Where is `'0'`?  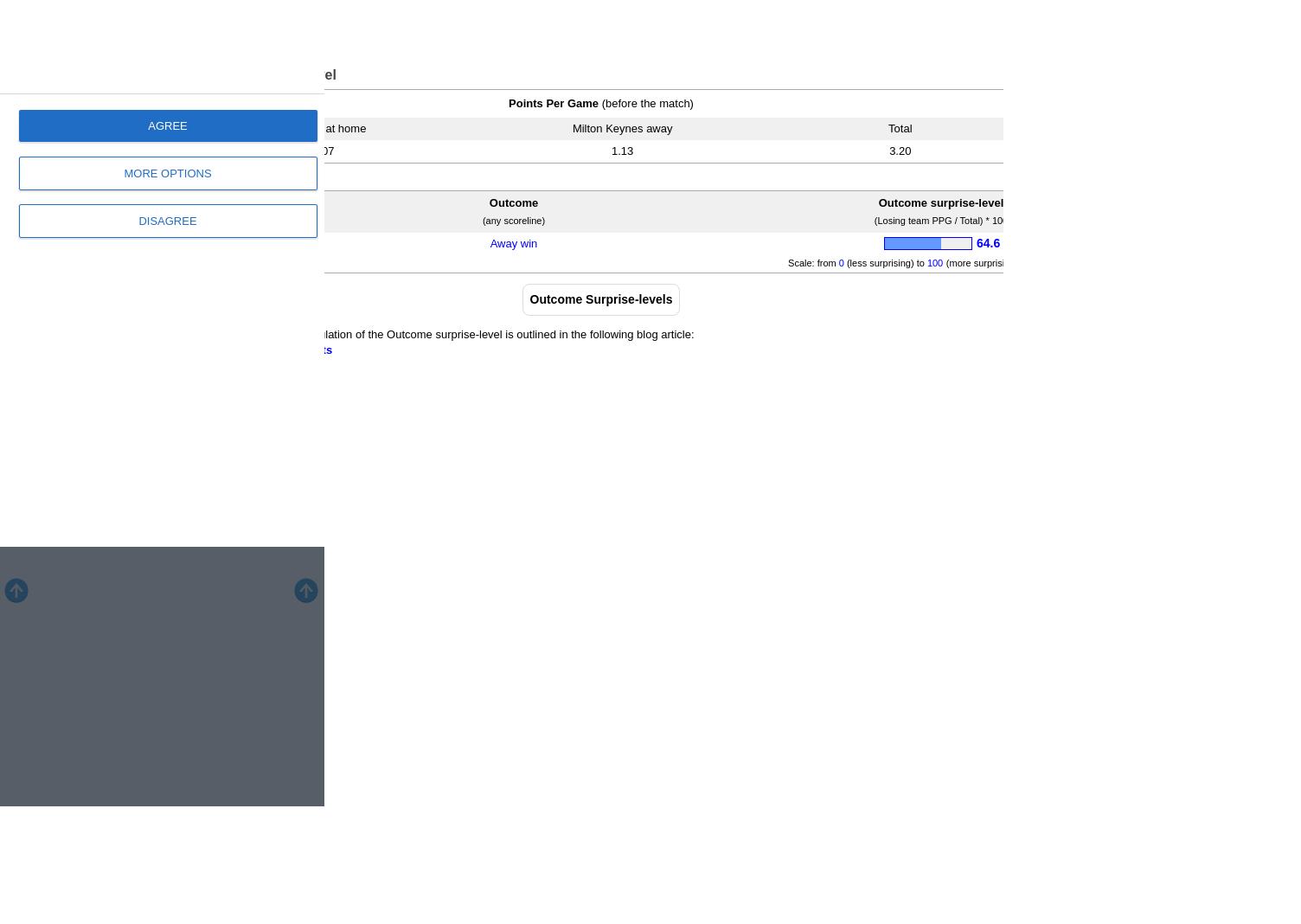 '0' is located at coordinates (841, 261).